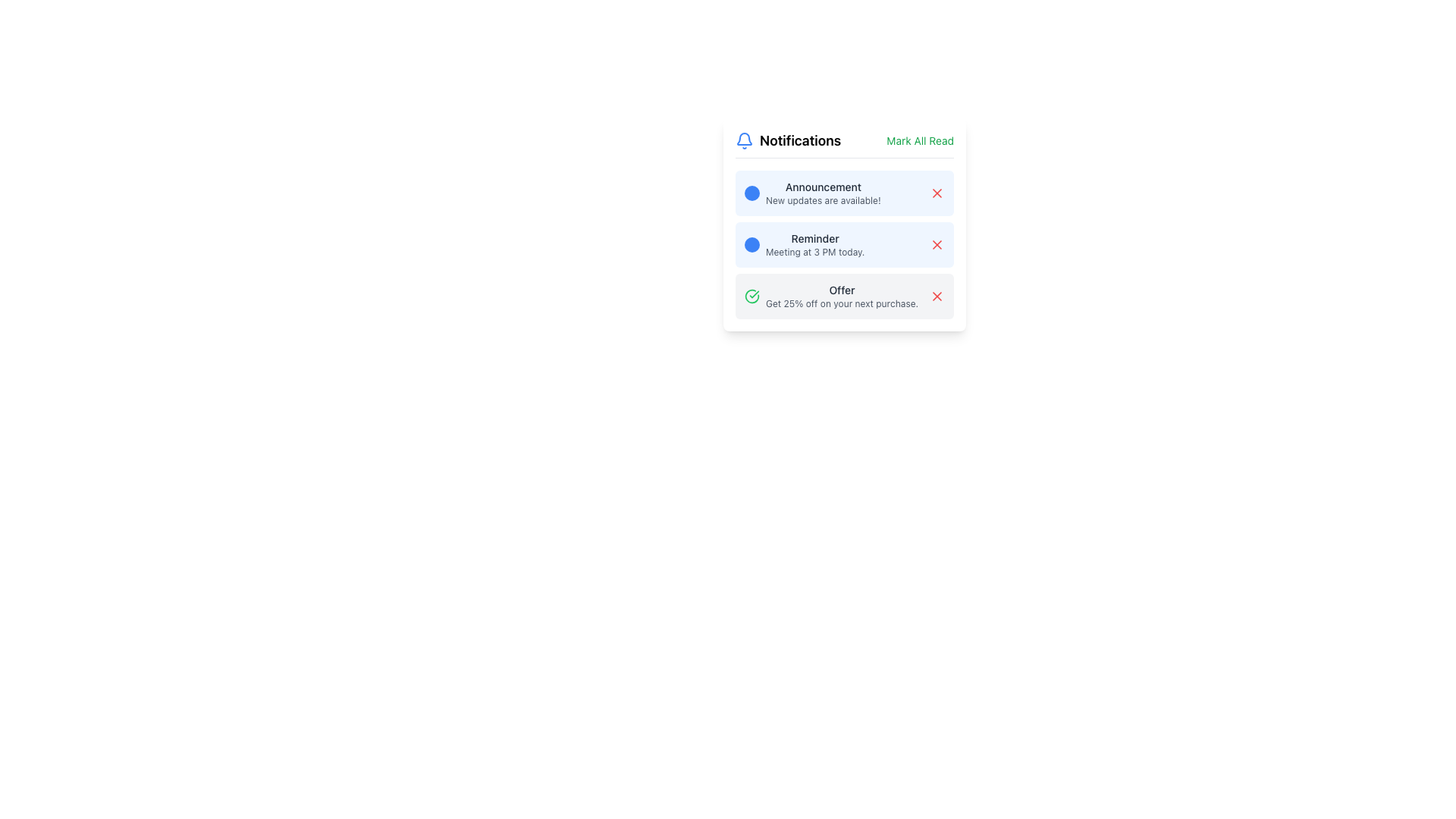  I want to click on text label displaying 'Reminder' in dark gray on a light blue background, located in the second notification item of the notification list, so click(814, 239).